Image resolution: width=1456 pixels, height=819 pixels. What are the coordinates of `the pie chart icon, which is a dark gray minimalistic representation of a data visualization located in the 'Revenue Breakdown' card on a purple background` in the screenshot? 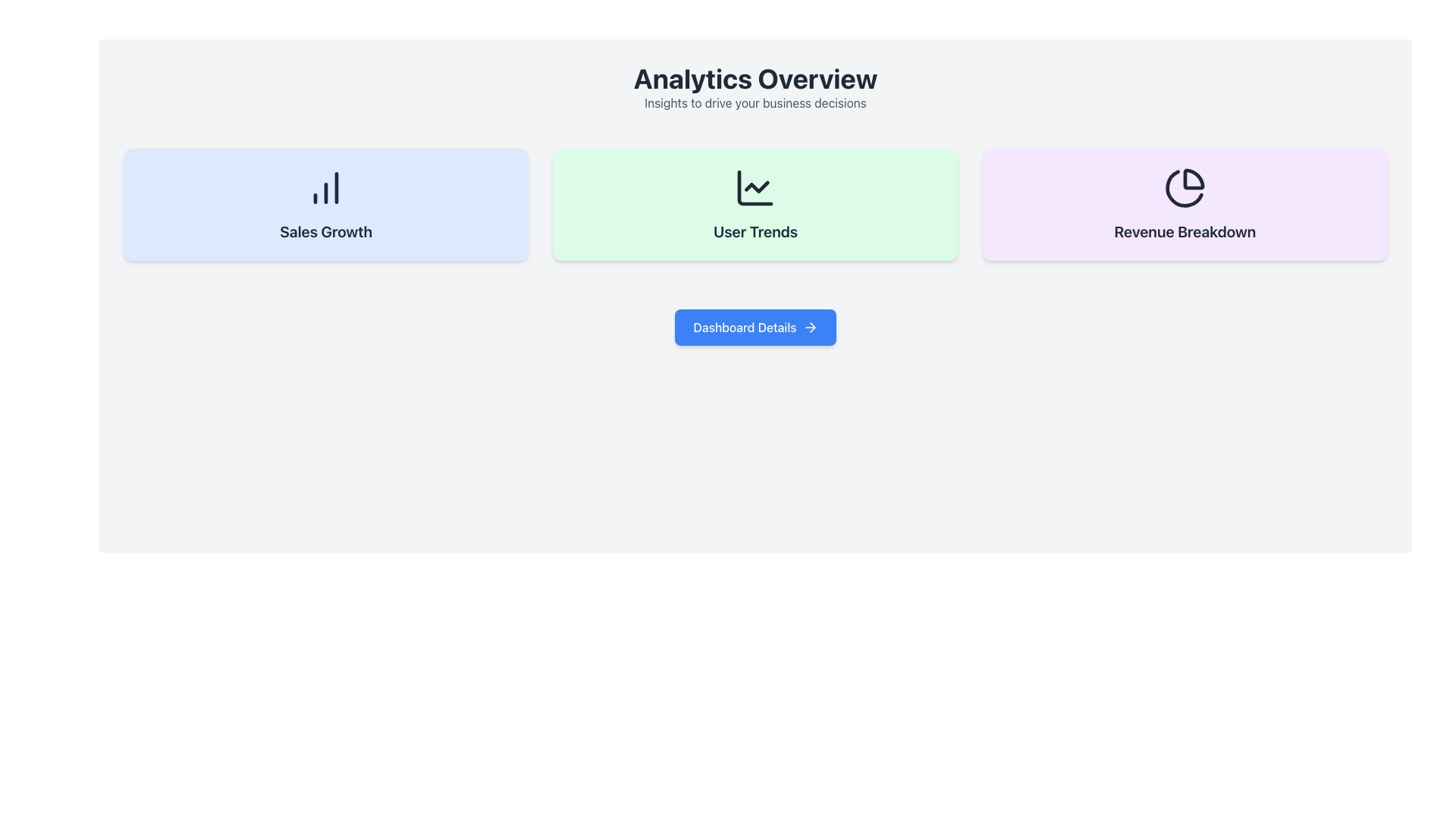 It's located at (1184, 187).